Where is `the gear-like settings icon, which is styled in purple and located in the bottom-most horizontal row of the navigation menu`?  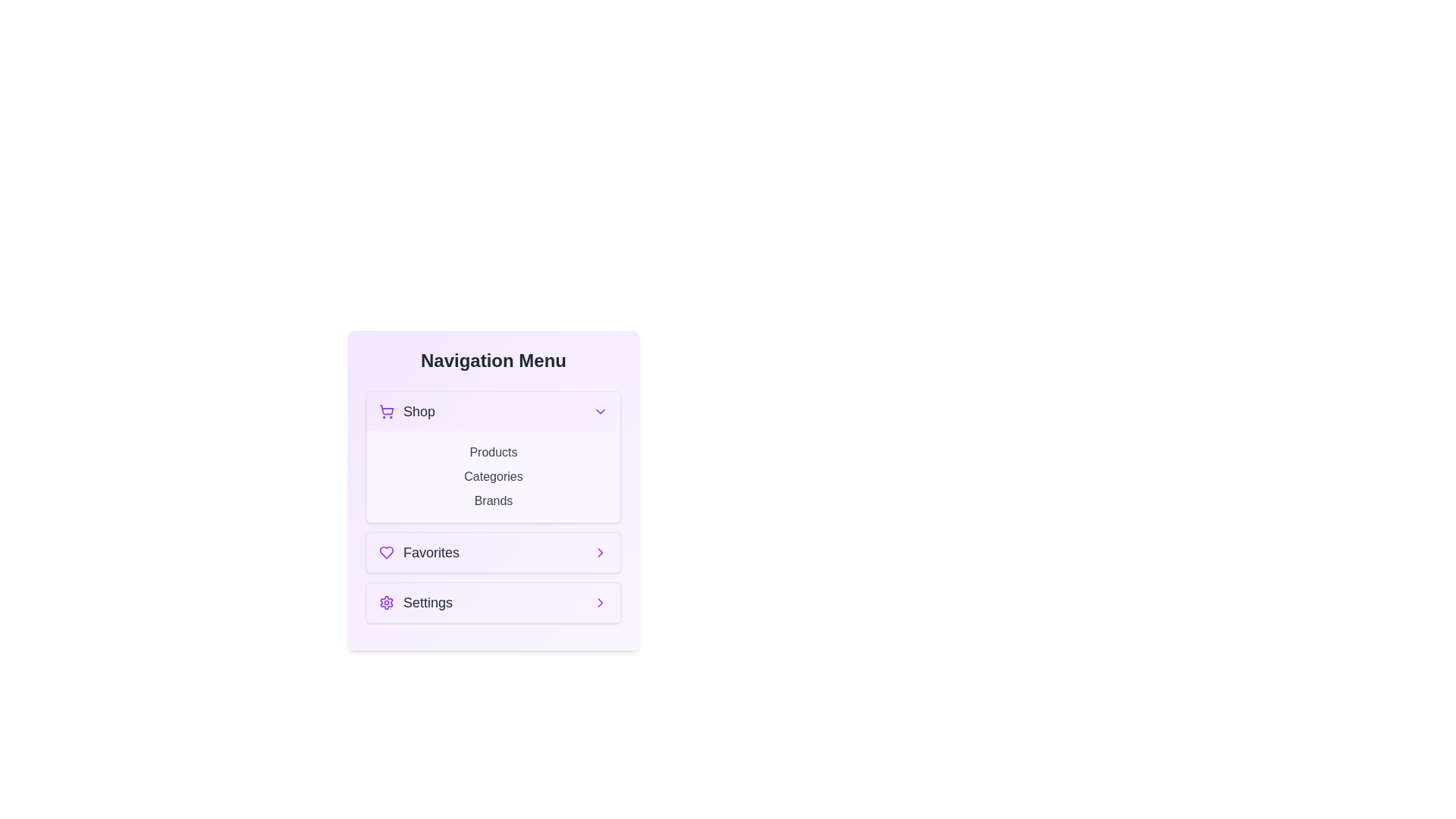 the gear-like settings icon, which is styled in purple and located in the bottom-most horizontal row of the navigation menu is located at coordinates (386, 601).